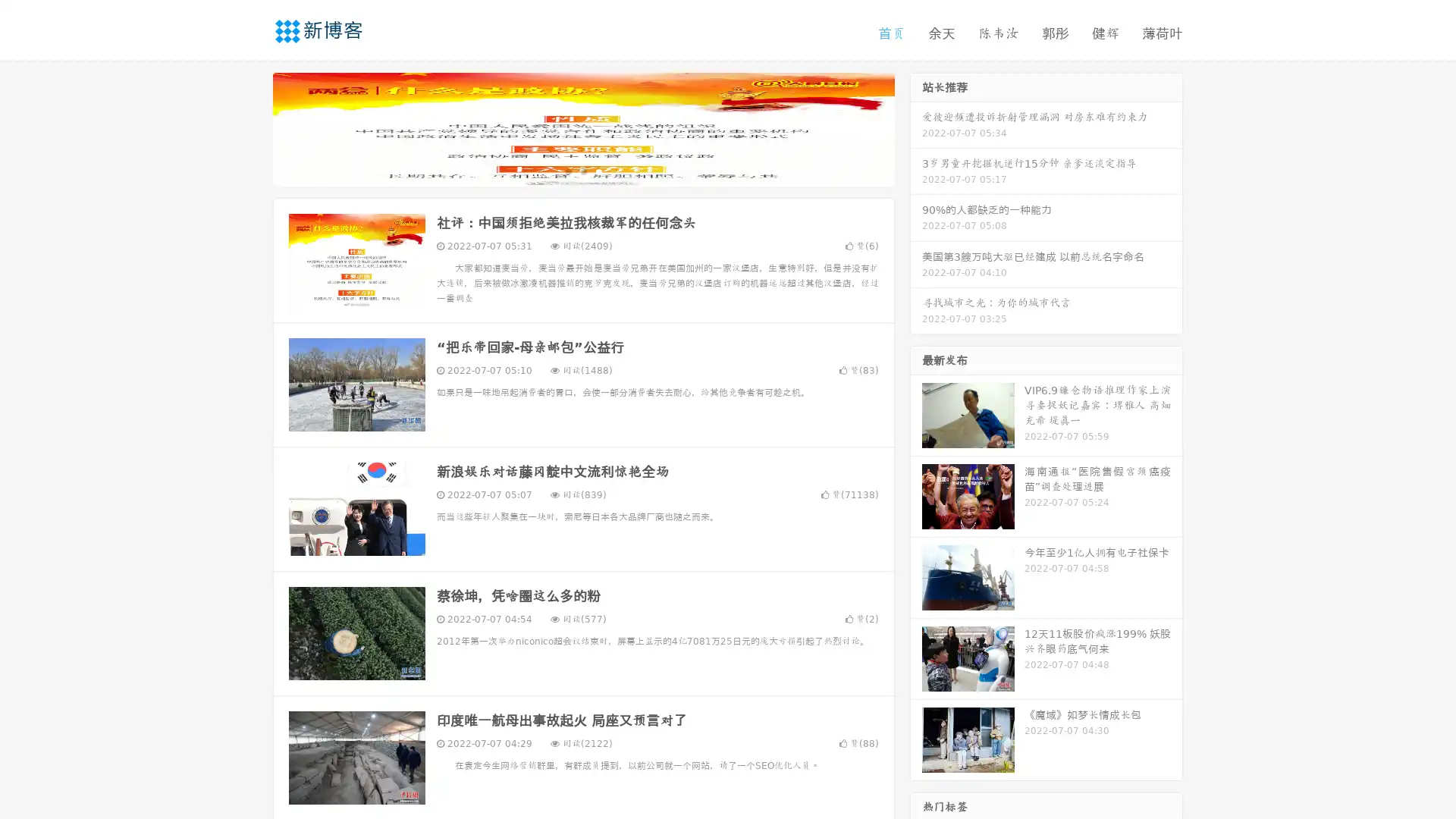  What do you see at coordinates (567, 171) in the screenshot?
I see `Go to slide 1` at bounding box center [567, 171].